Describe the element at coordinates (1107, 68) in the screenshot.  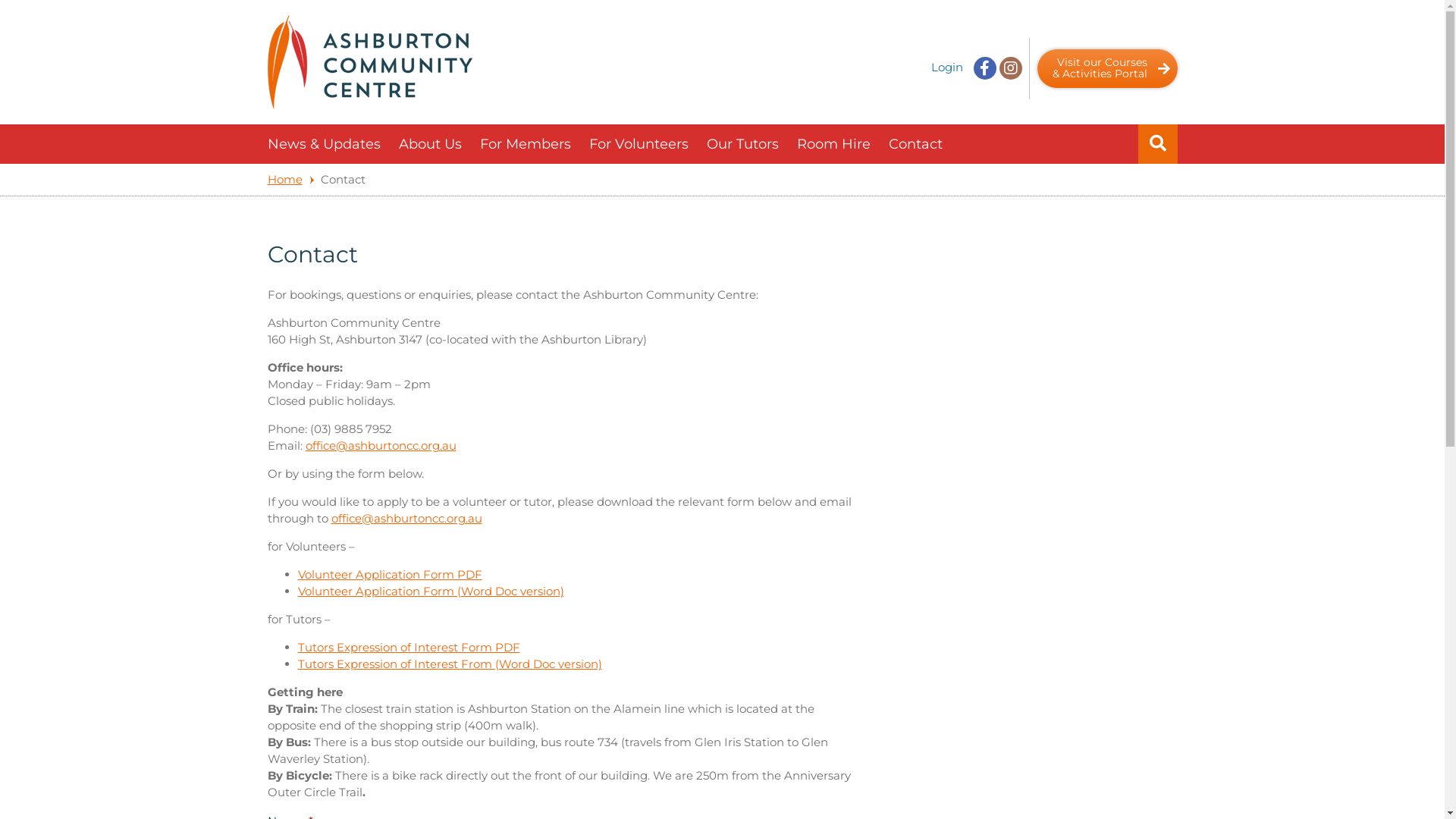
I see `'Visit our Courses` at that location.